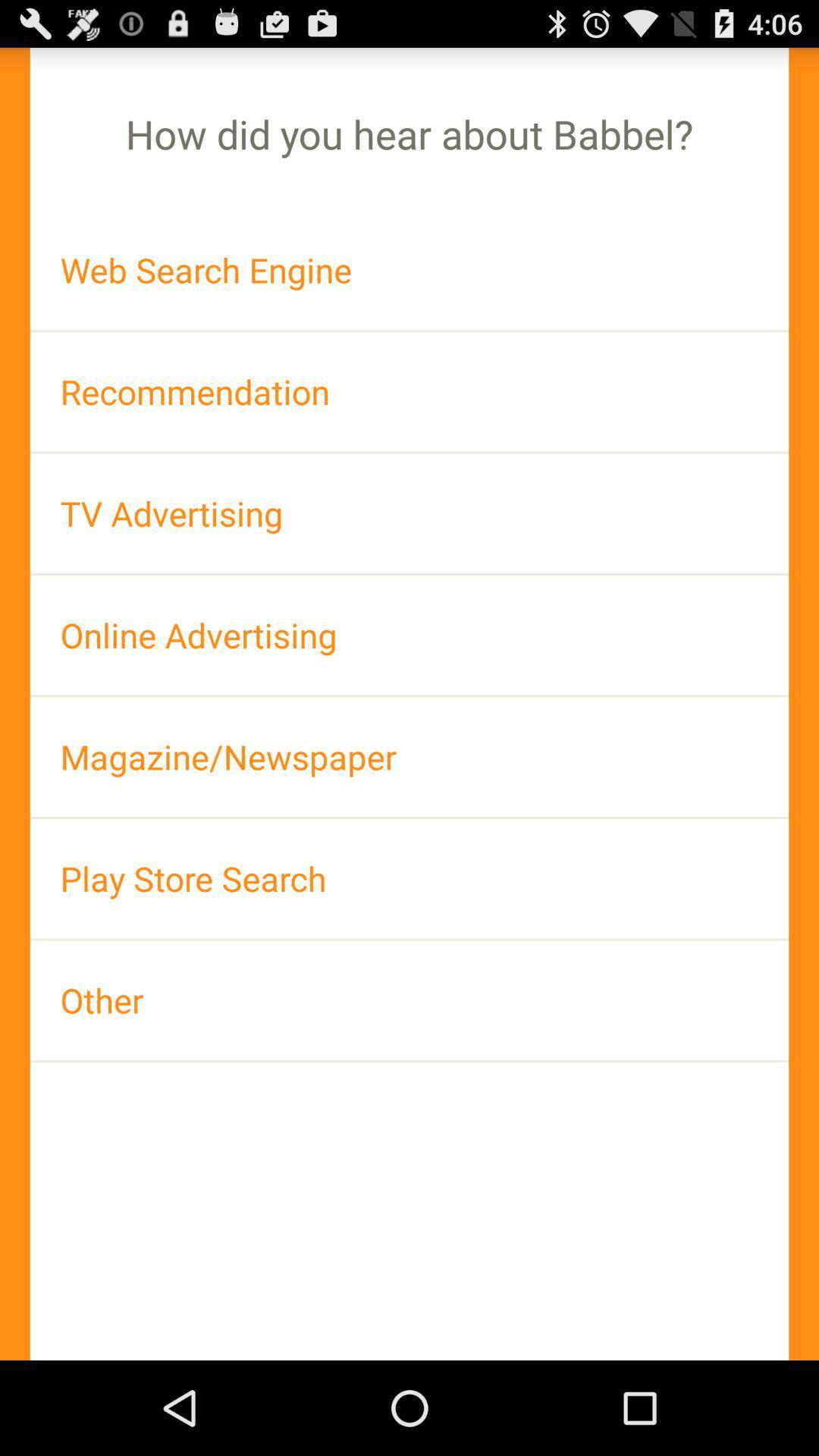 Image resolution: width=819 pixels, height=1456 pixels. Describe the element at coordinates (409, 1000) in the screenshot. I see `item below the play store search app` at that location.